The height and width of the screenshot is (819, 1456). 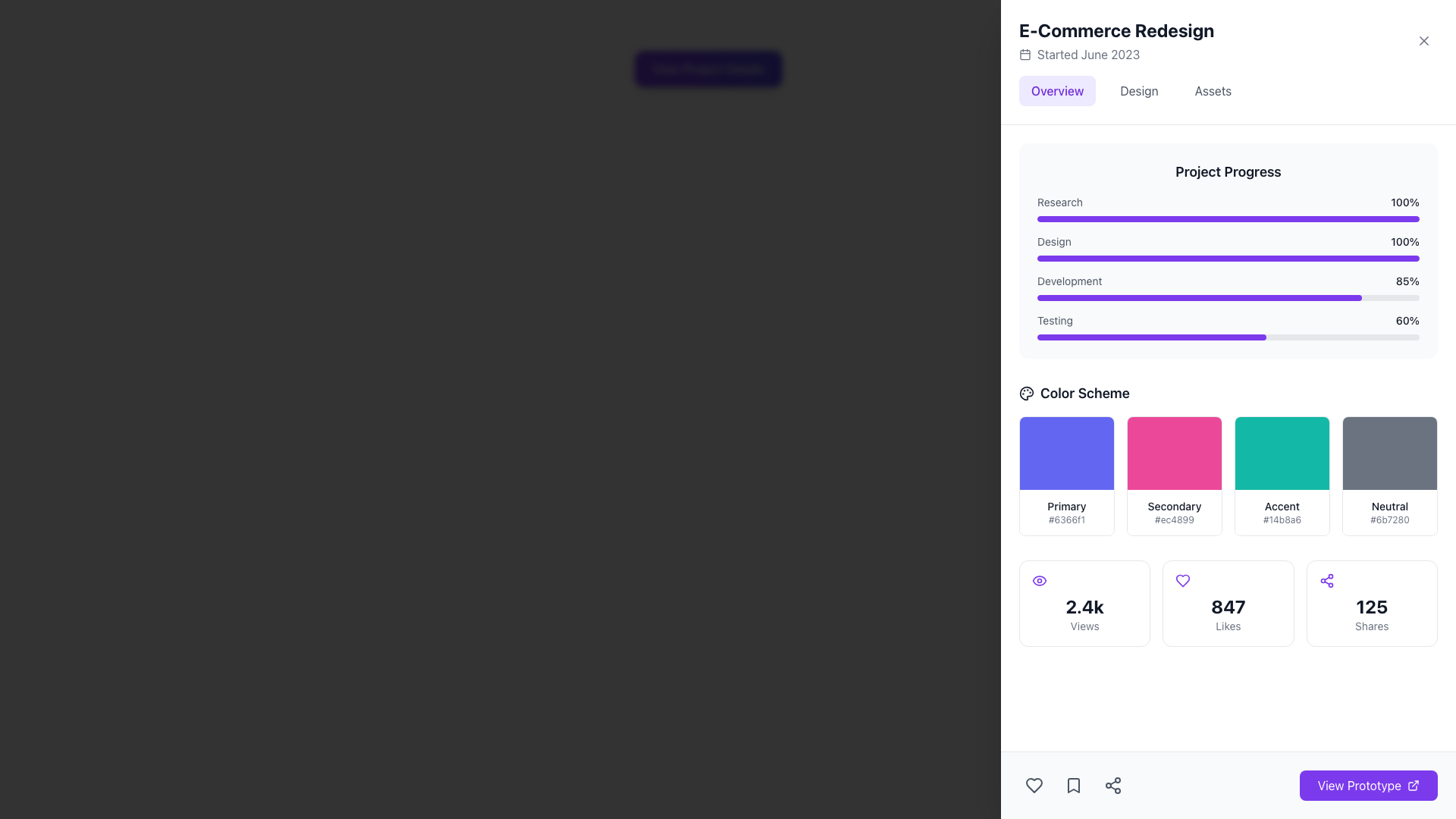 What do you see at coordinates (1281, 519) in the screenshot?
I see `text content of the text label '#14b8a6' located below the turquoise 'Accent' color label in the 'Color Scheme' section` at bounding box center [1281, 519].